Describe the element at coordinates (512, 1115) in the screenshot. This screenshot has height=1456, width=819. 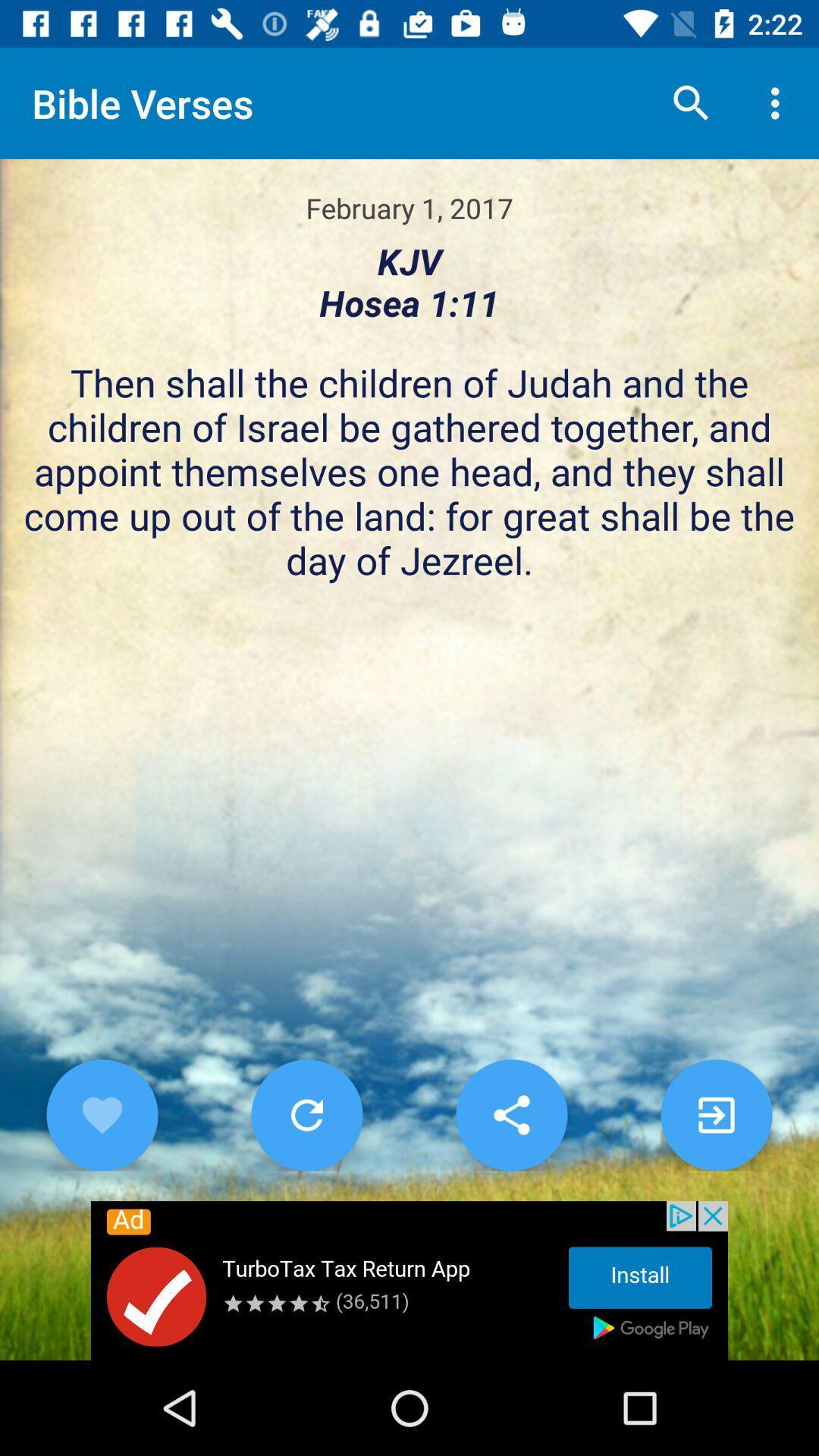
I see `save` at that location.